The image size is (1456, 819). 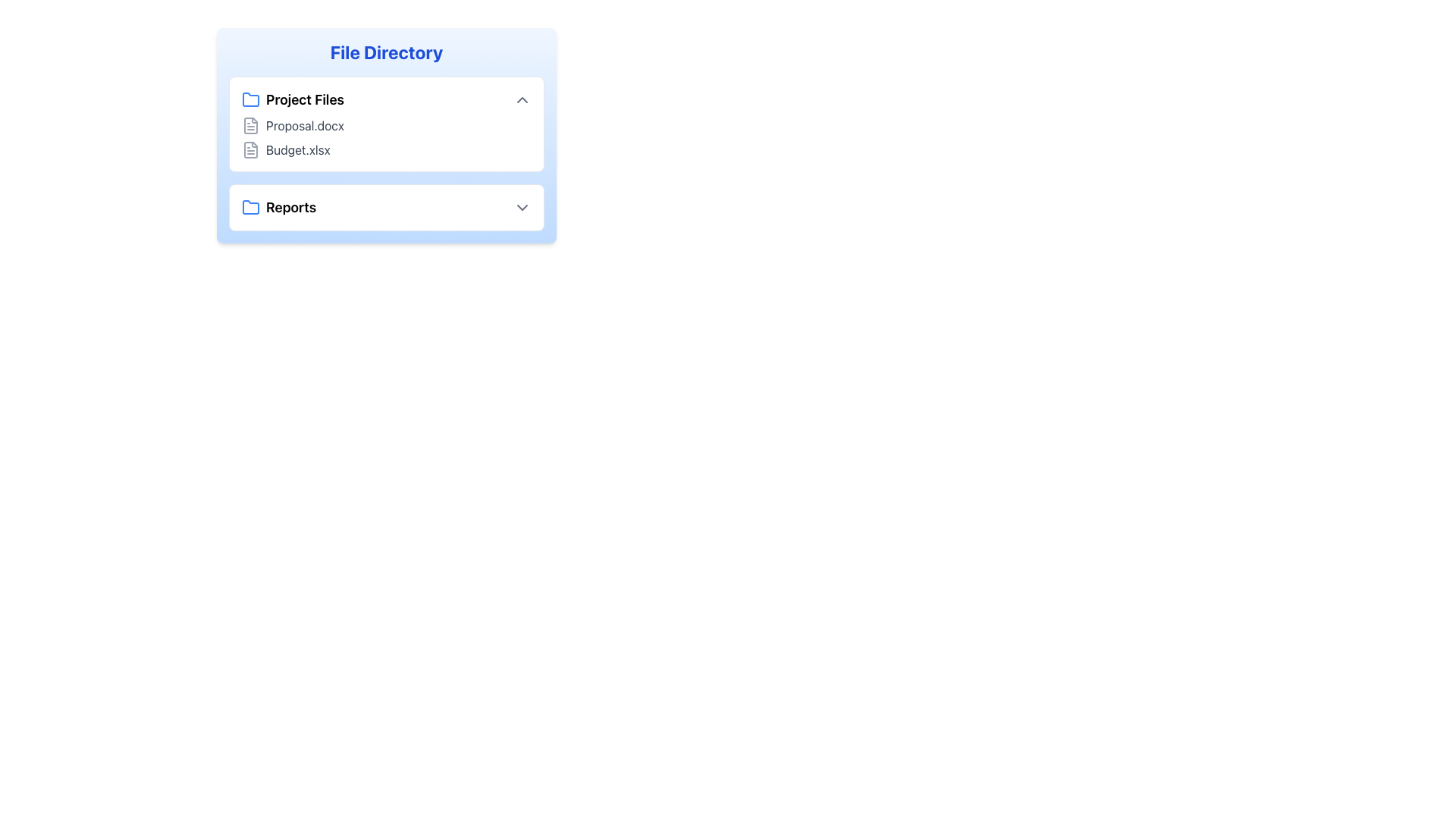 I want to click on the icon representing the file 'Budget.xlsx' located in the 'File Directory' section, specifically the second icon in the 'Project Files' folder, so click(x=251, y=149).